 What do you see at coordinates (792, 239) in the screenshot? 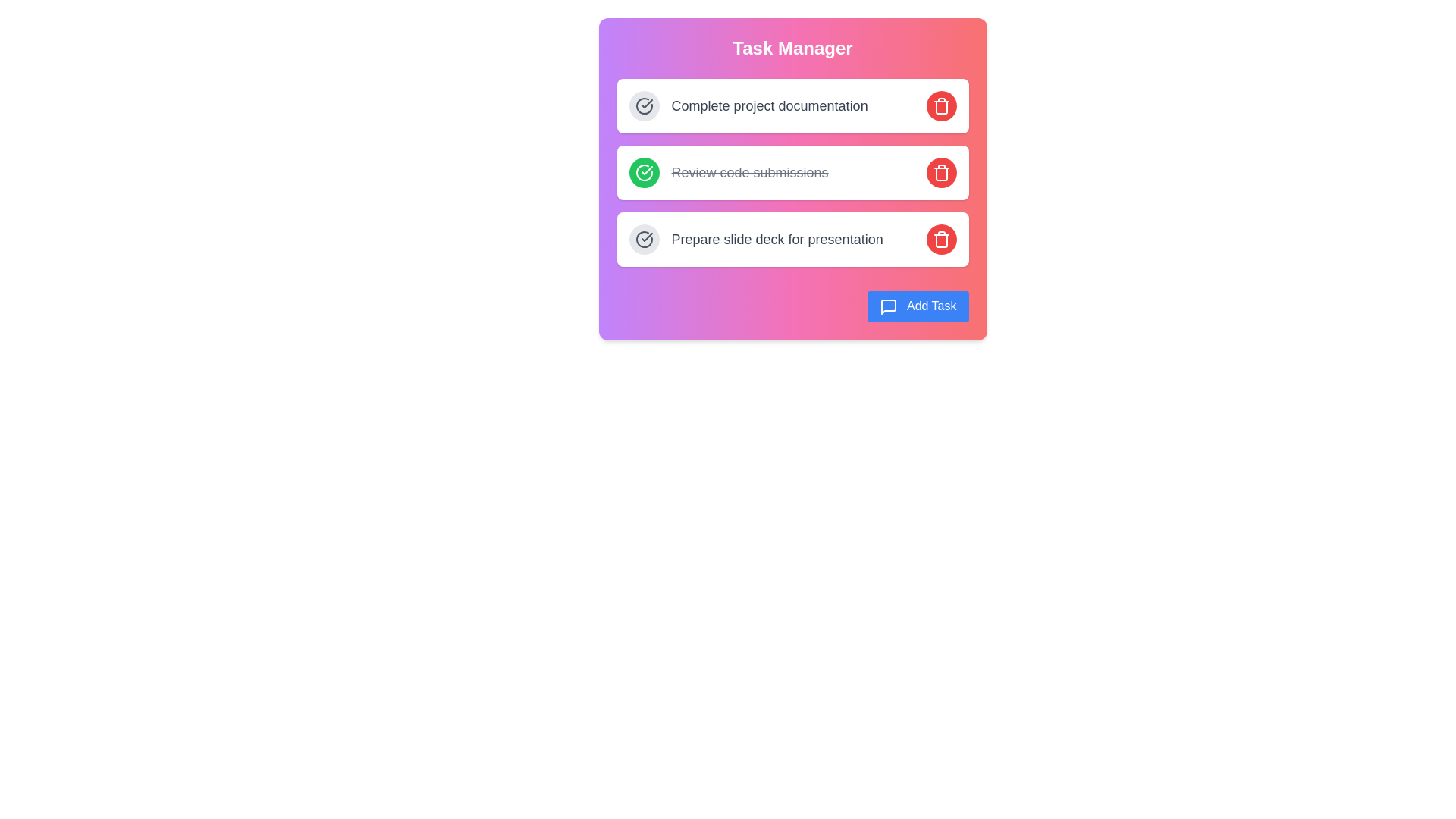
I see `the third task item labeled 'Prepare slide deck for presentation' in the task manager panel` at bounding box center [792, 239].